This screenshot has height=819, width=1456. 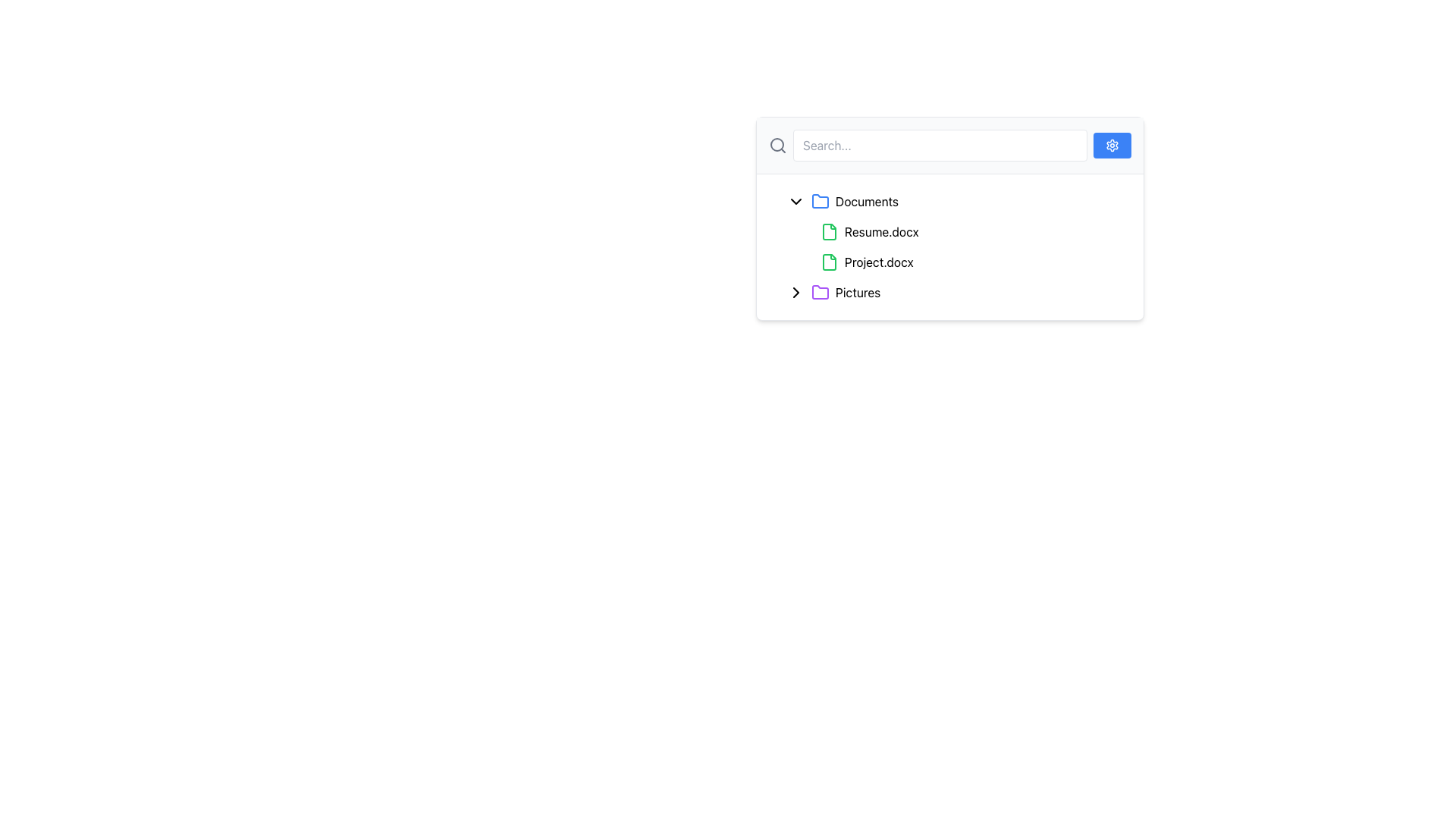 What do you see at coordinates (795, 201) in the screenshot?
I see `the downward arrow icon, which is a thin black outline` at bounding box center [795, 201].